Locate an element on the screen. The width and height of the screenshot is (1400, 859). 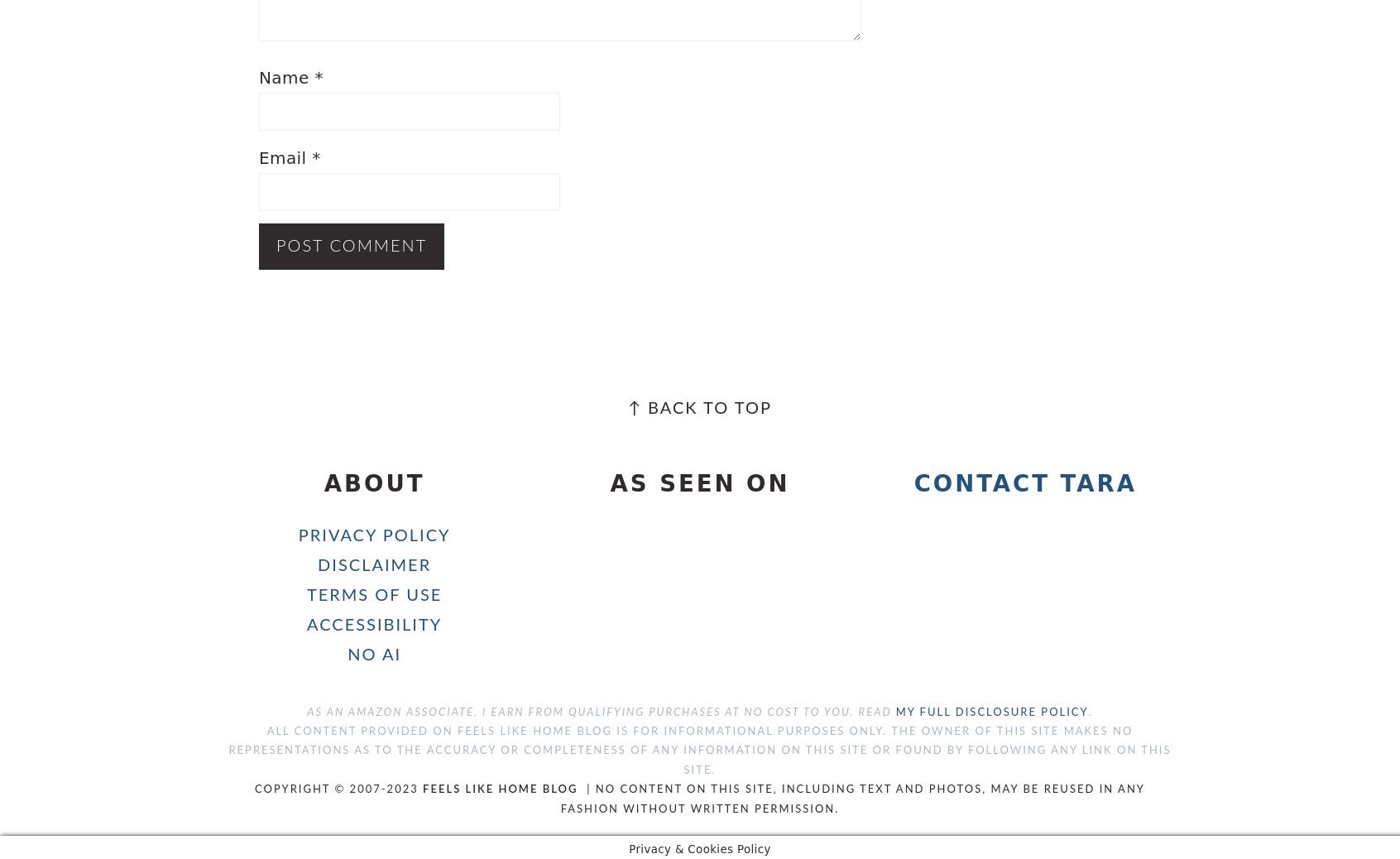
'Contact Tara' is located at coordinates (1025, 482).